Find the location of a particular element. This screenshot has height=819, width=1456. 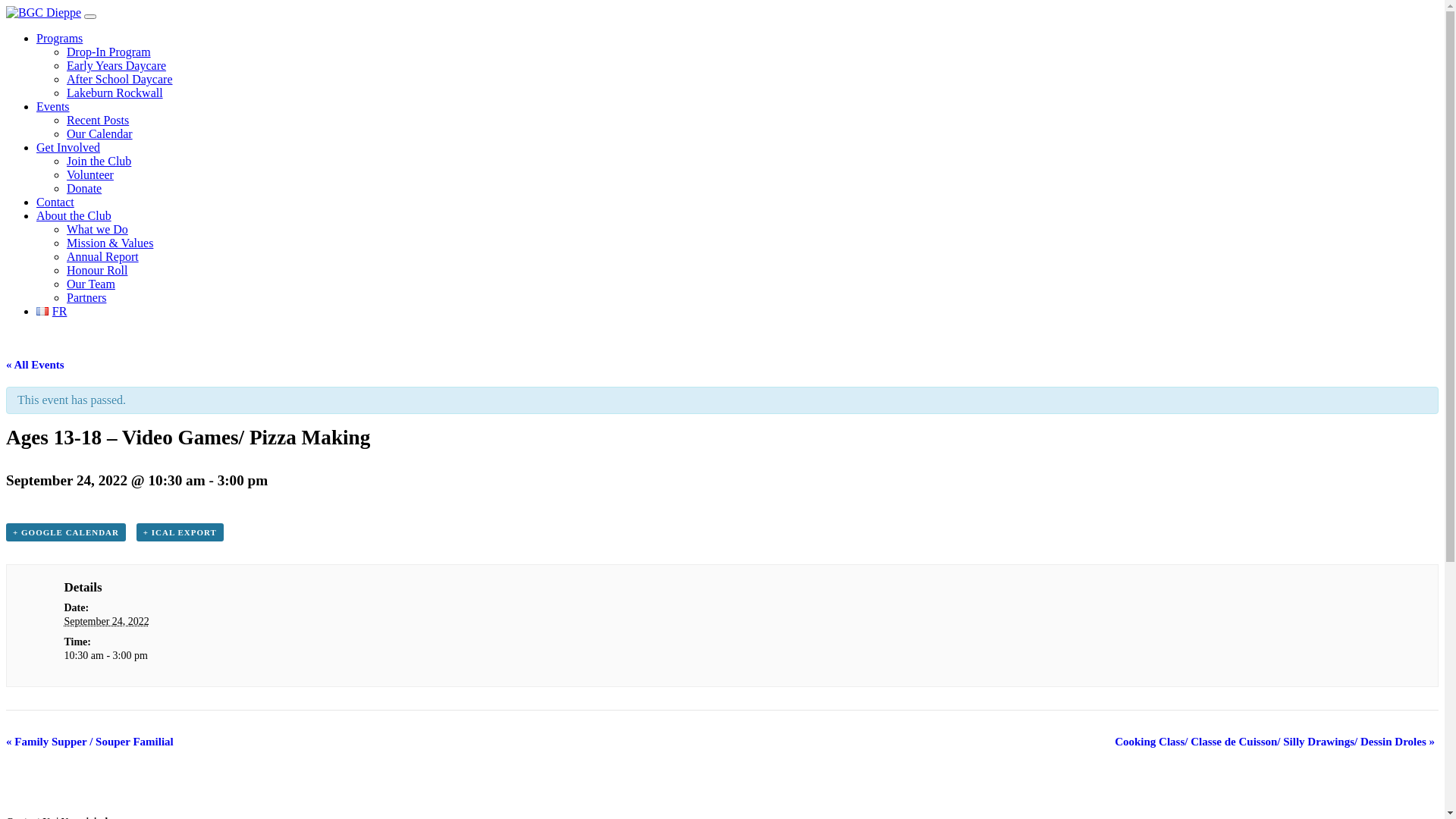

'Lakeburn Rockwall' is located at coordinates (114, 93).